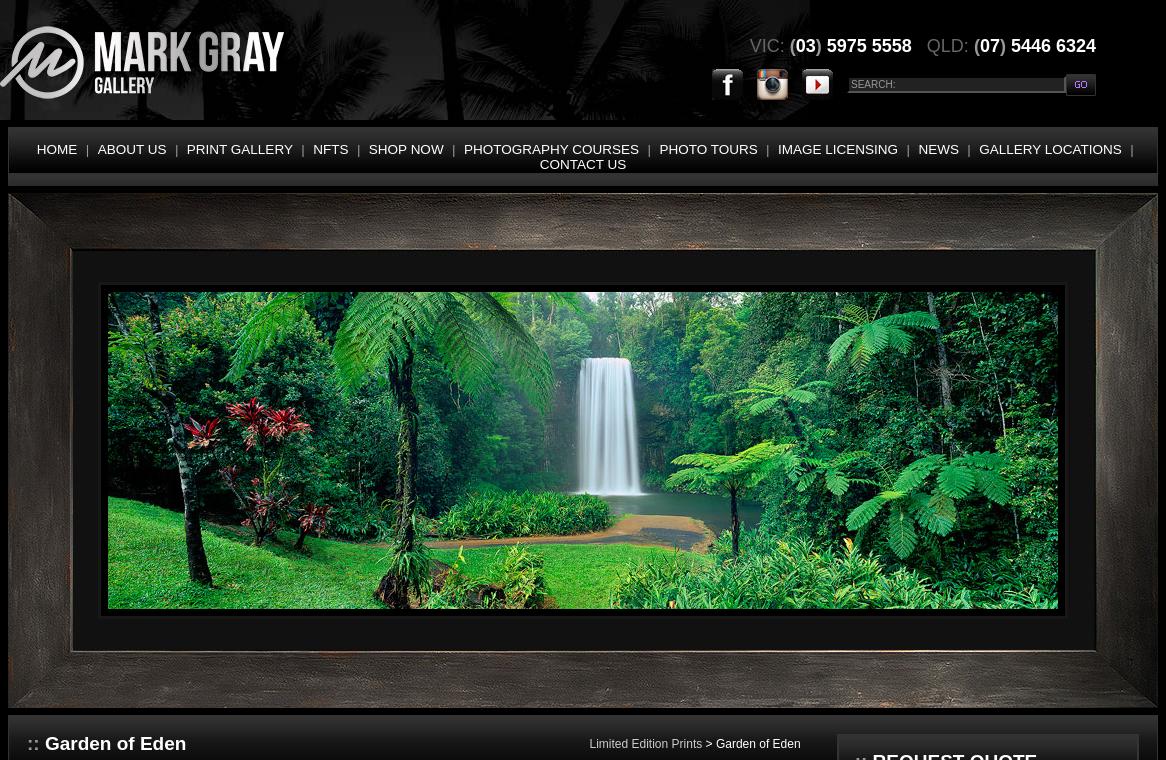  Describe the element at coordinates (1050, 44) in the screenshot. I see `'5446 6324'` at that location.